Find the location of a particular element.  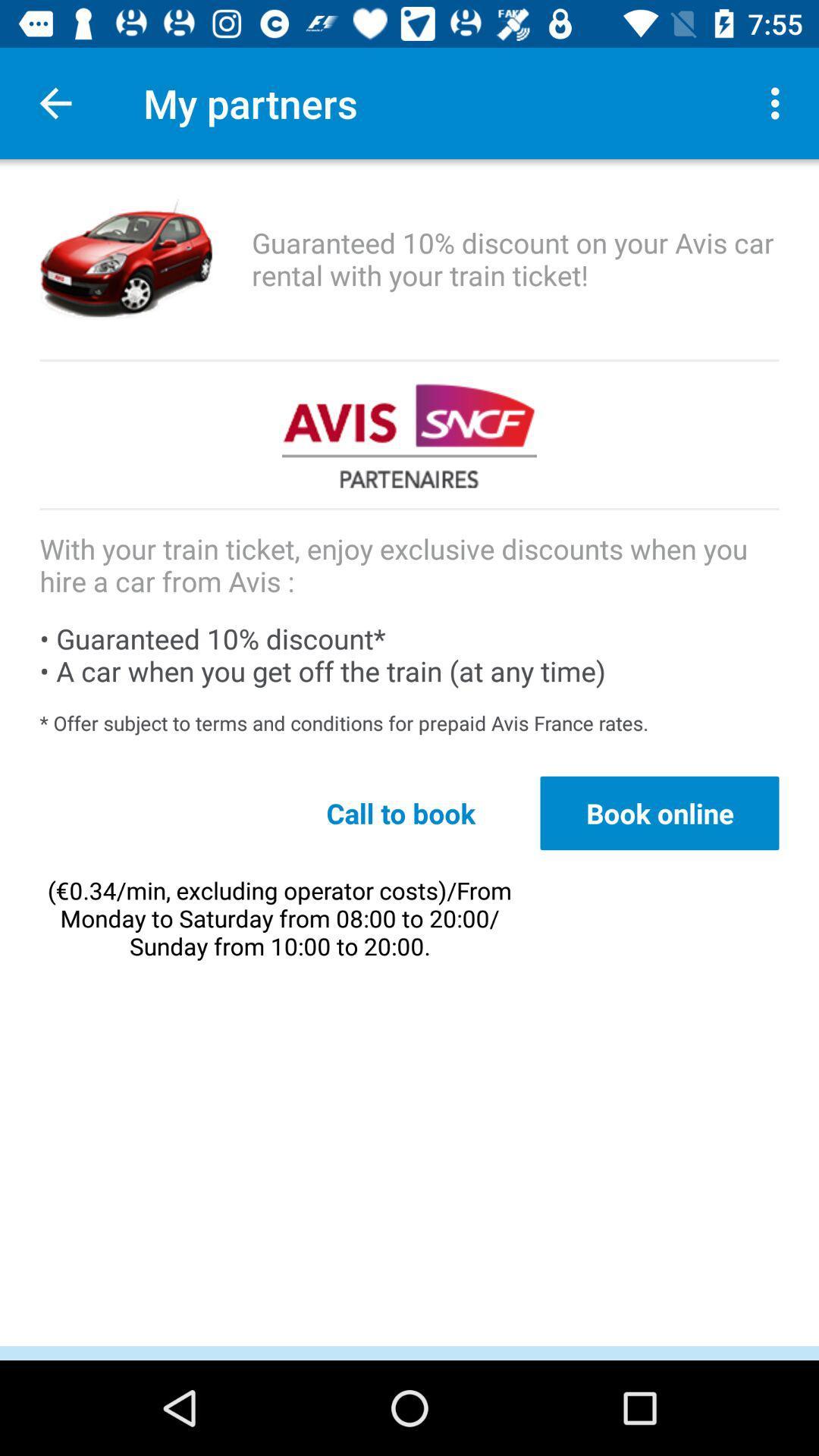

item to the left of the my partners icon is located at coordinates (55, 102).